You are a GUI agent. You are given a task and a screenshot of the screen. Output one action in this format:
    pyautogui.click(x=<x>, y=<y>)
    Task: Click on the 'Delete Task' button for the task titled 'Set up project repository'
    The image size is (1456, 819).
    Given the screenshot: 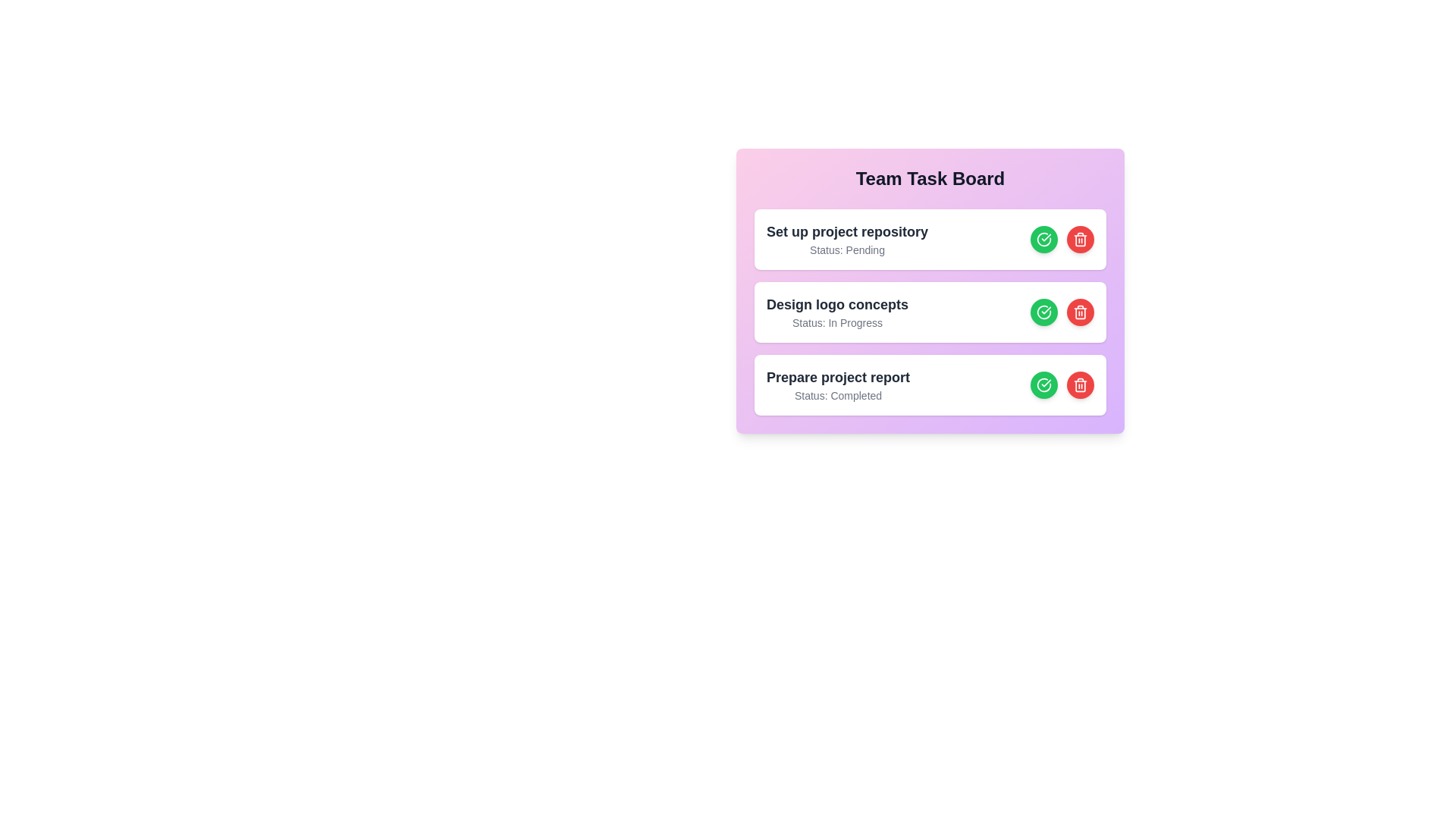 What is the action you would take?
    pyautogui.click(x=1080, y=239)
    